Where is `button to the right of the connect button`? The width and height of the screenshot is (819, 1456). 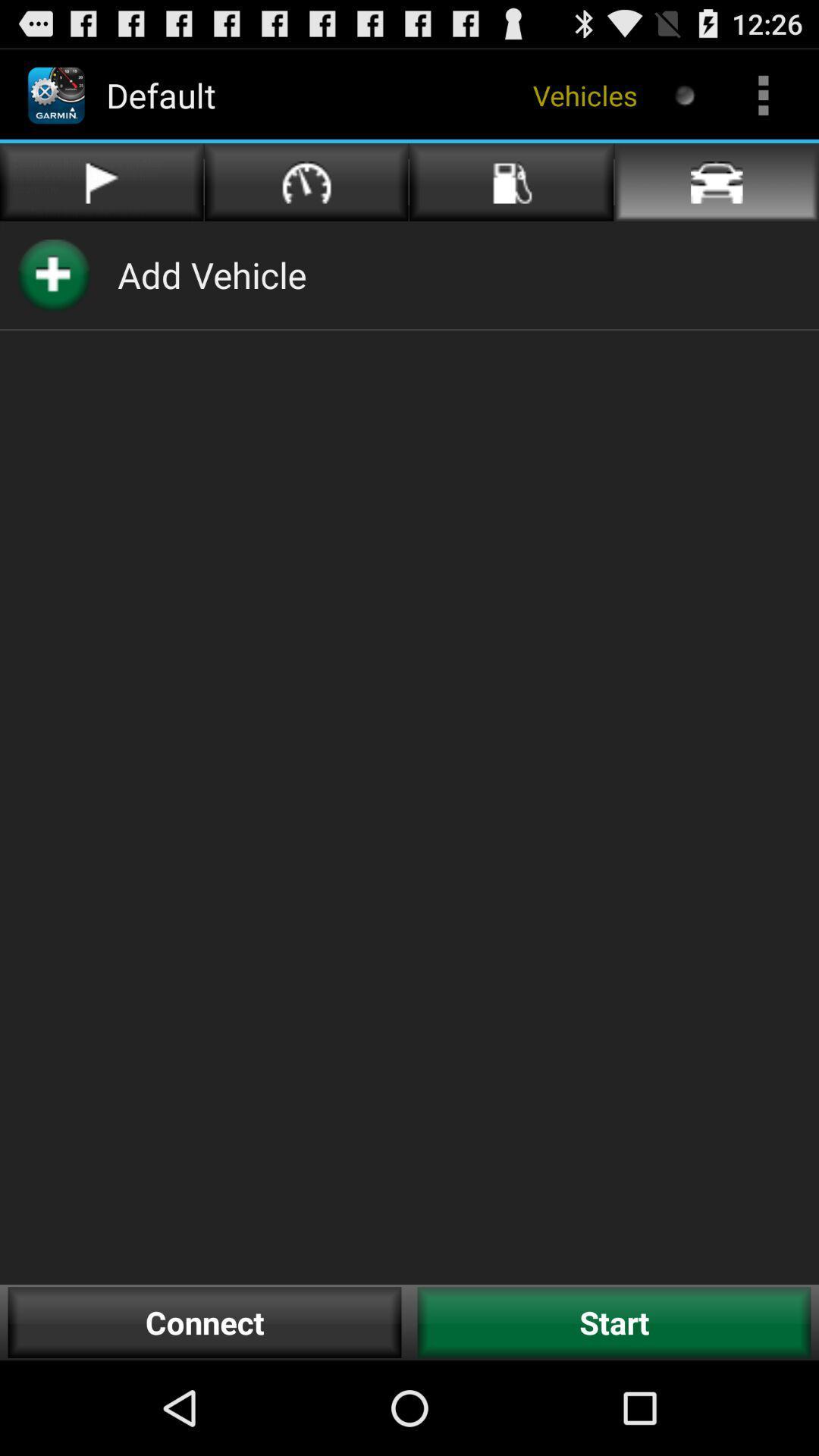
button to the right of the connect button is located at coordinates (614, 1322).